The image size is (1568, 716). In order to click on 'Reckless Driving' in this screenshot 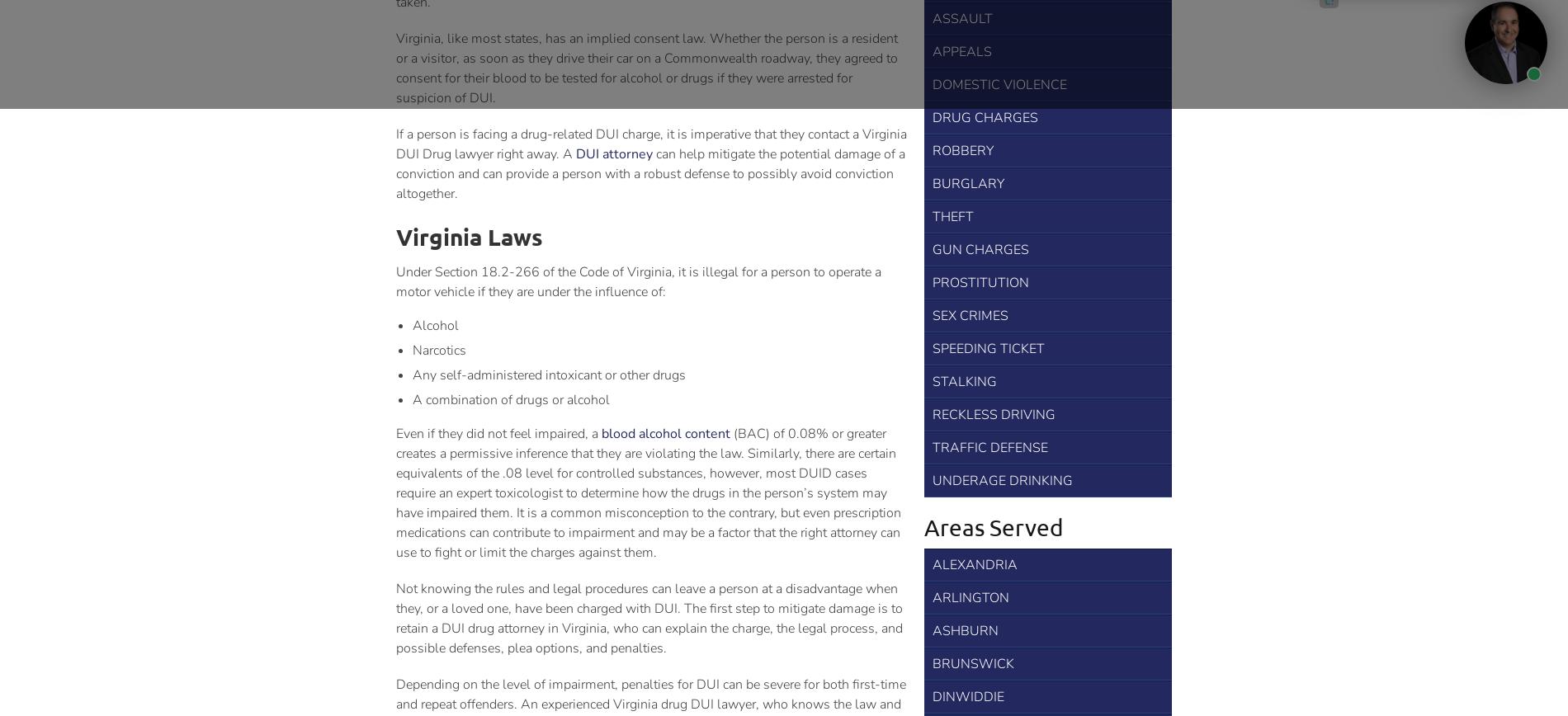, I will do `click(993, 414)`.